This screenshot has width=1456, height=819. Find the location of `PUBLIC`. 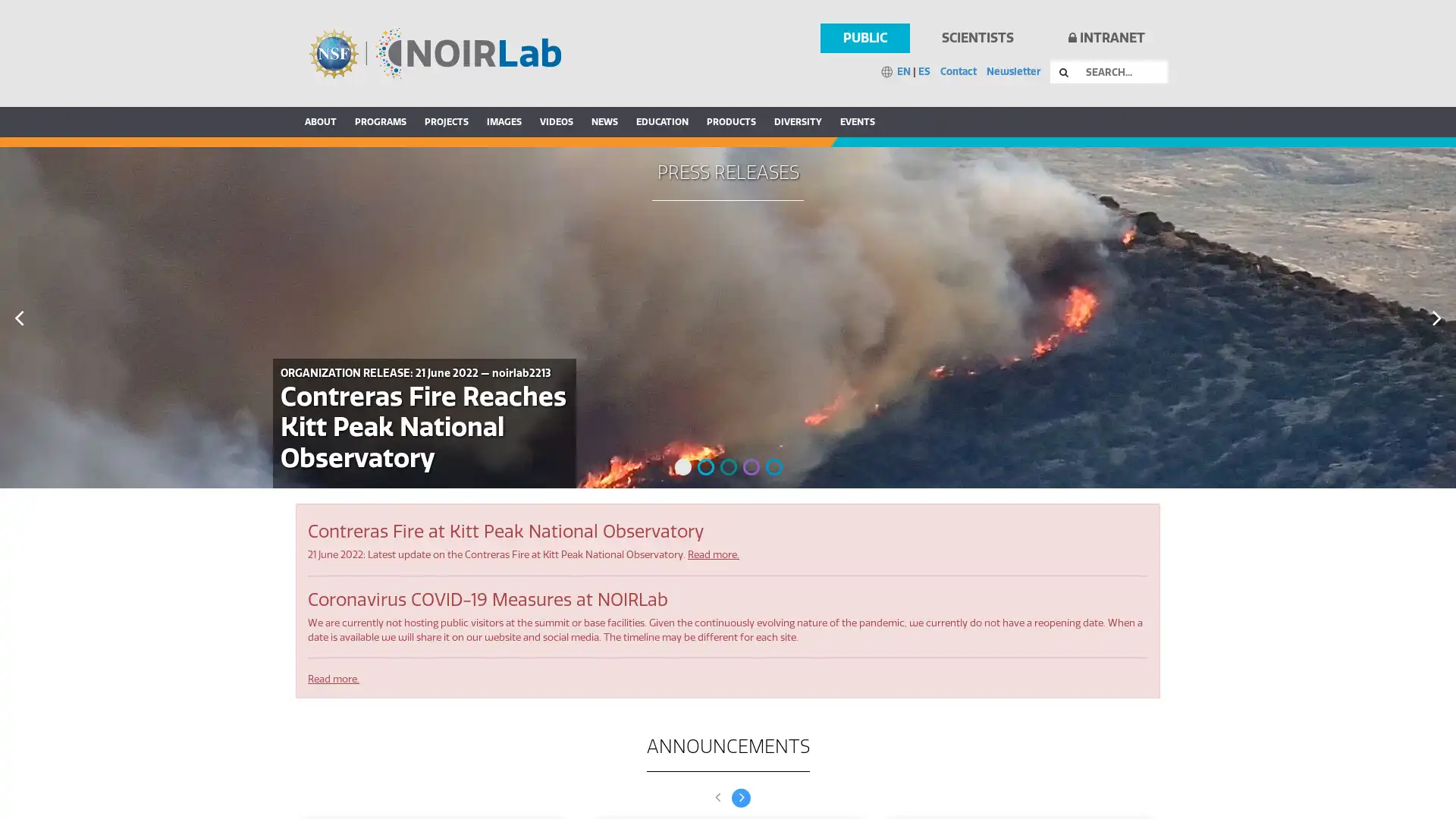

PUBLIC is located at coordinates (864, 37).